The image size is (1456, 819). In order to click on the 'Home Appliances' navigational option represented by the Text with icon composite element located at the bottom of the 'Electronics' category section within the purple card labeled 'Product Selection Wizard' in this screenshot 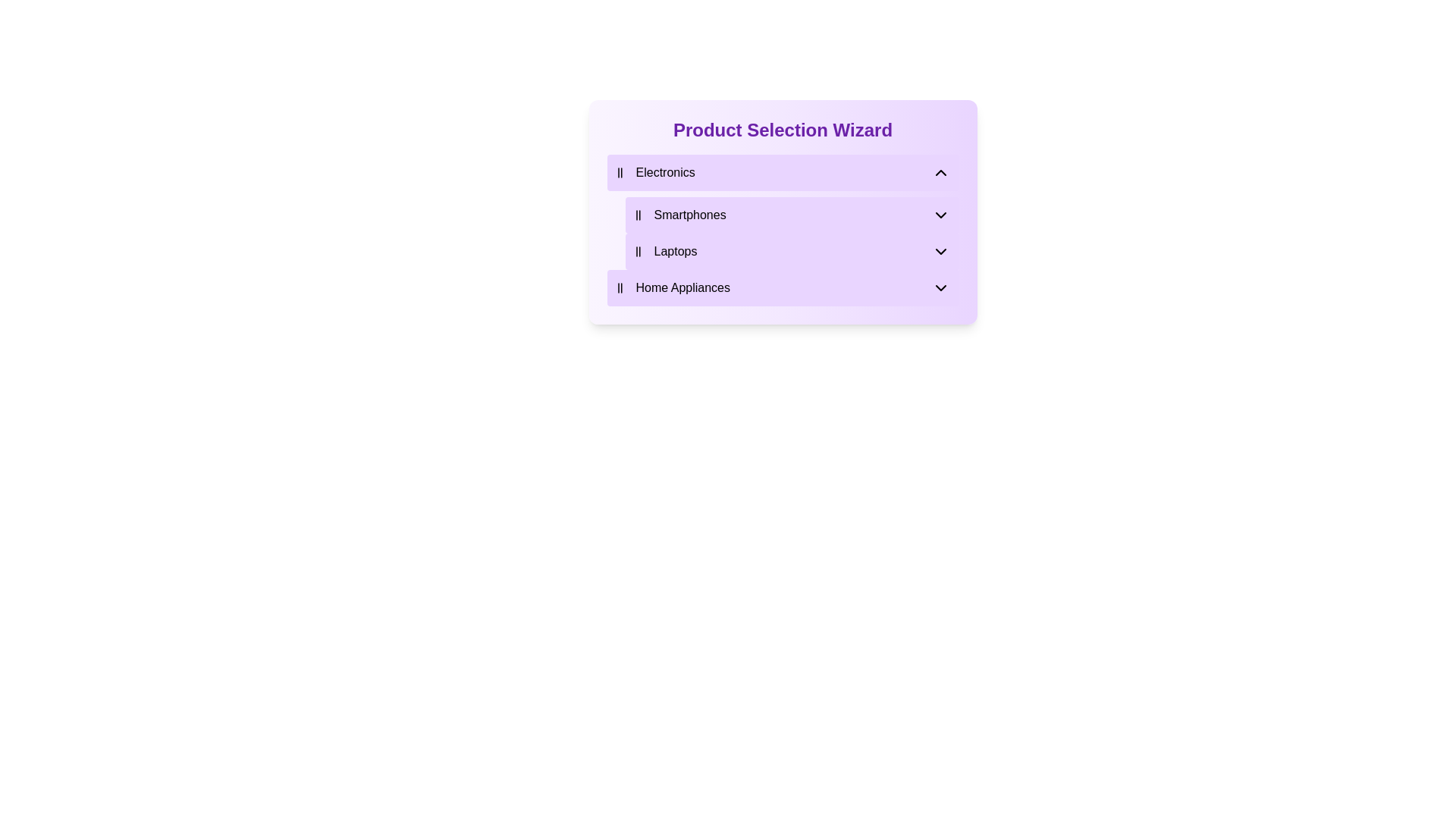, I will do `click(672, 288)`.